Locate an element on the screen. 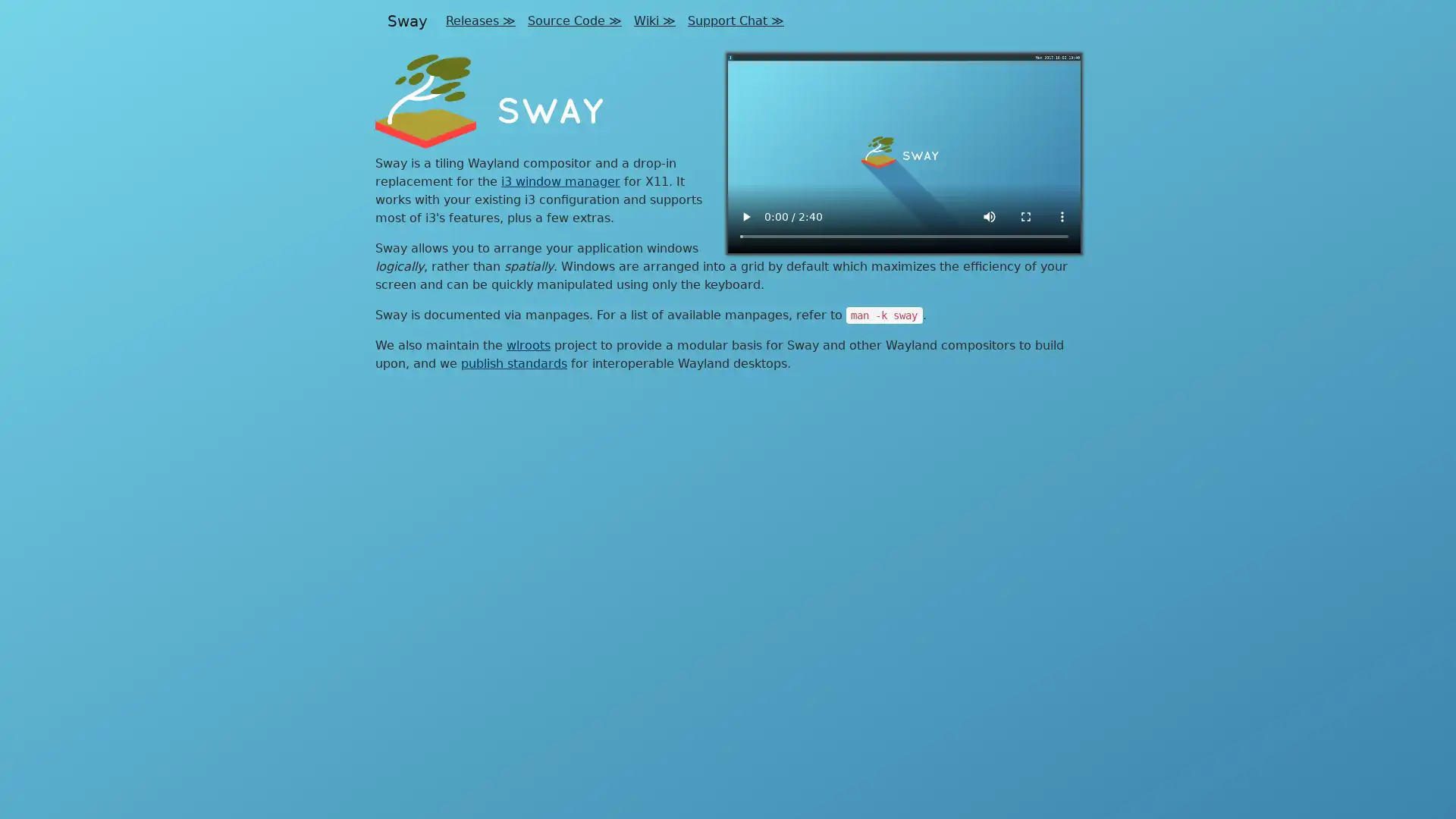 The width and height of the screenshot is (1456, 819). mute is located at coordinates (990, 216).